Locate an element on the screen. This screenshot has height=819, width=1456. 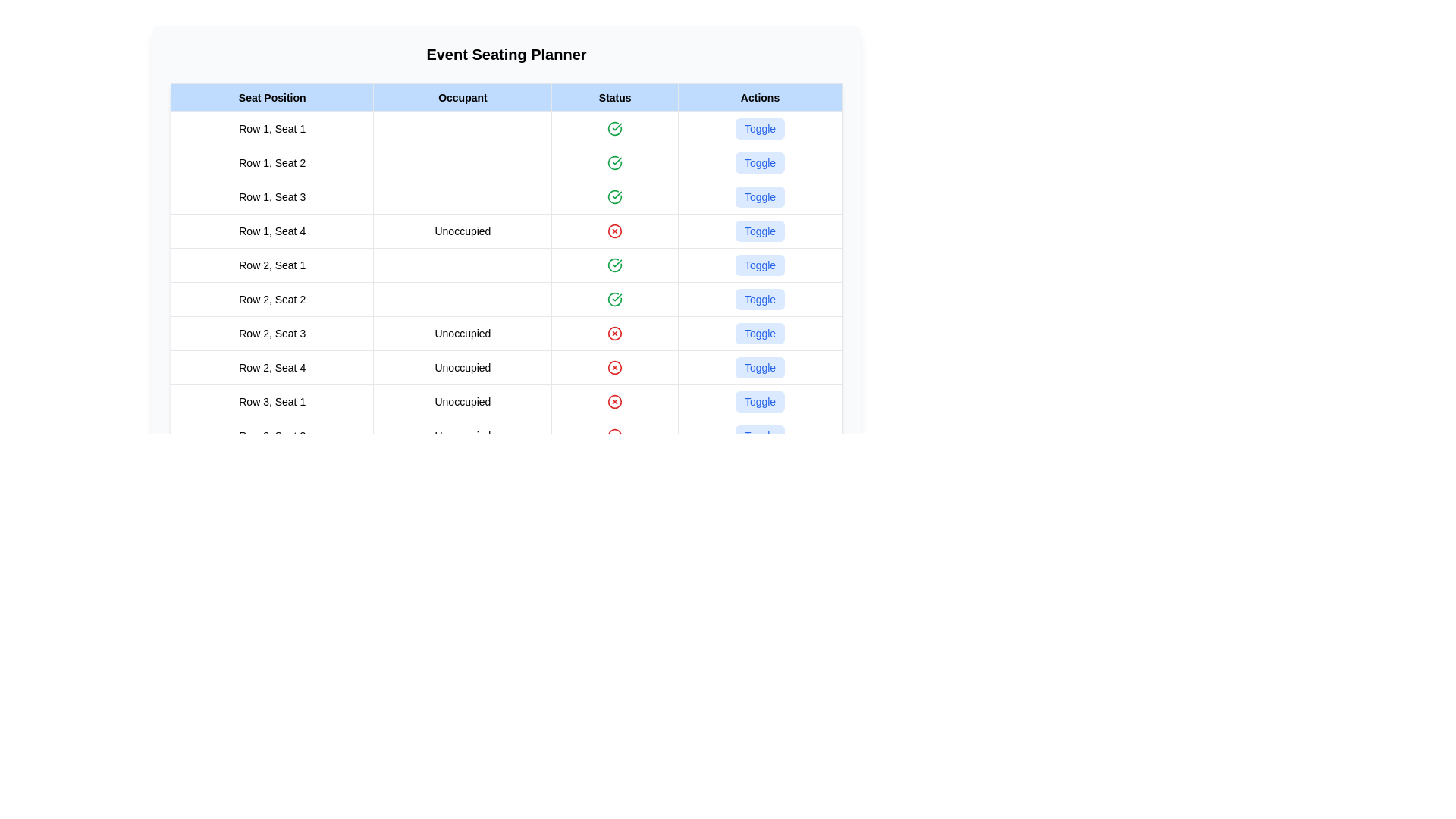
the toggle button in the table row labeled 'Row 3, Seat 2' is located at coordinates (506, 435).